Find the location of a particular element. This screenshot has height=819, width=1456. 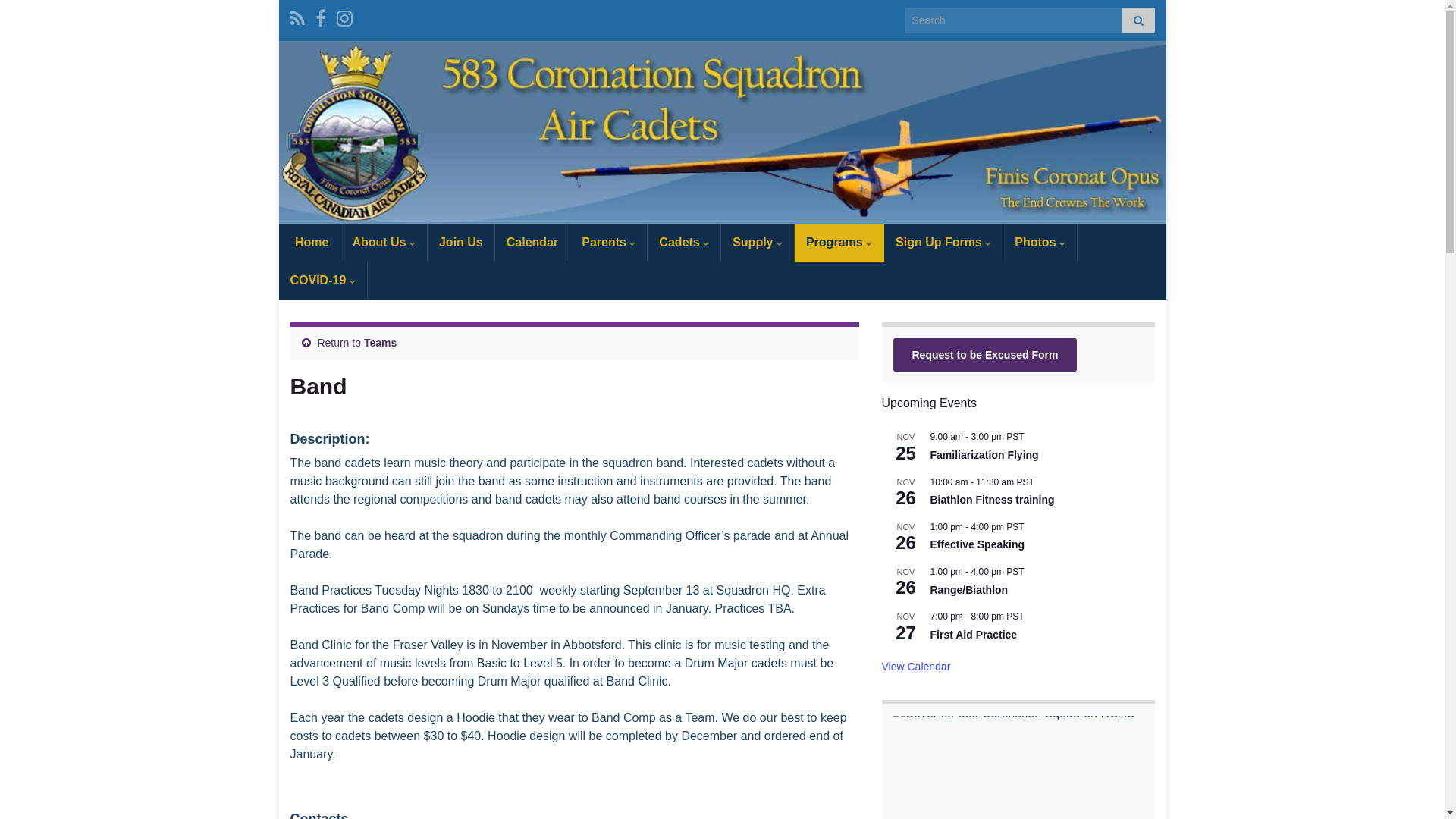

'Effective Speaking' is located at coordinates (977, 544).